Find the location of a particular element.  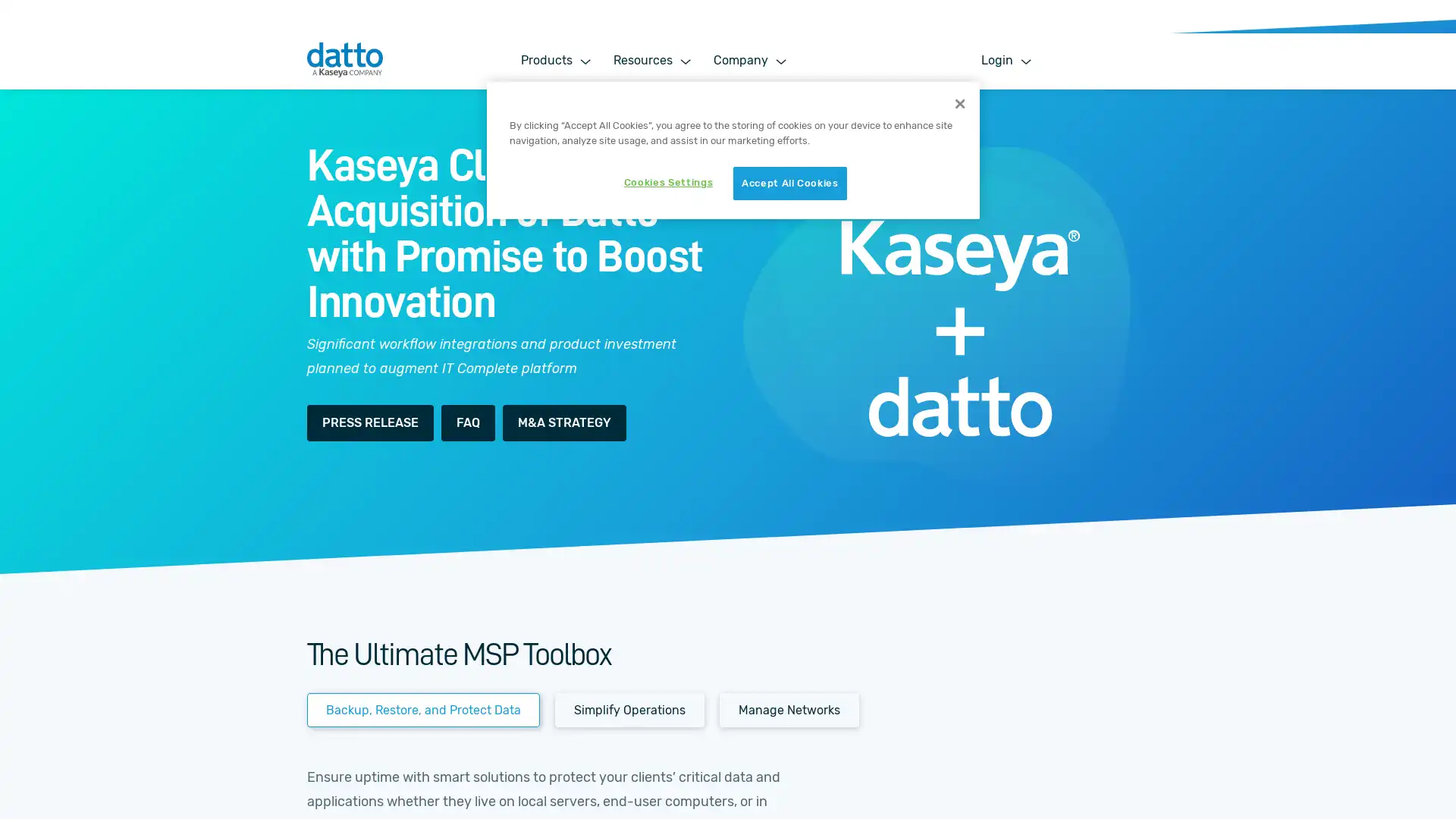

Accept All Cookies is located at coordinates (789, 183).